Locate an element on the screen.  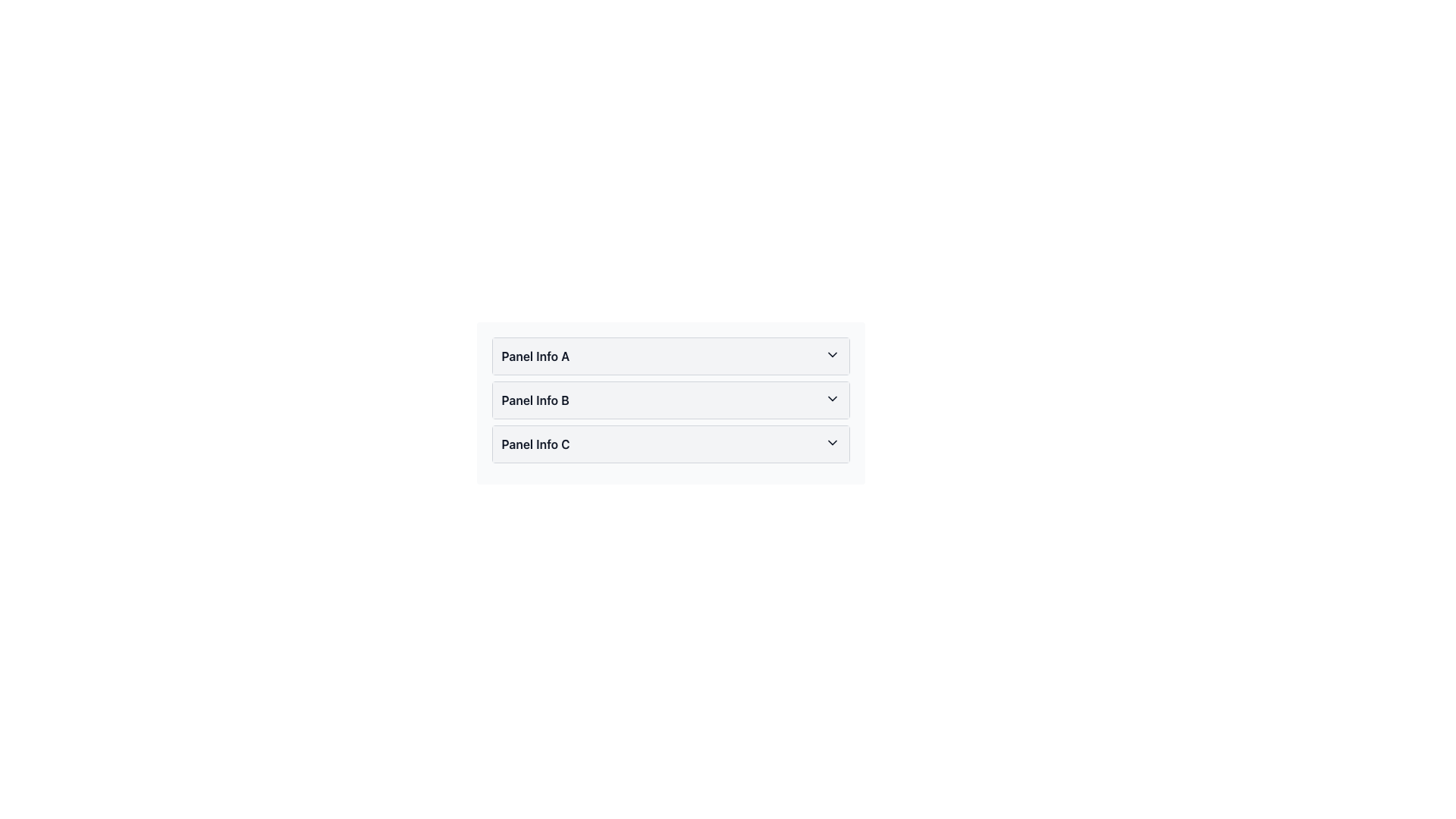
the Chevron Icon located at the right end of the 'Panel Info B' panel is located at coordinates (831, 397).